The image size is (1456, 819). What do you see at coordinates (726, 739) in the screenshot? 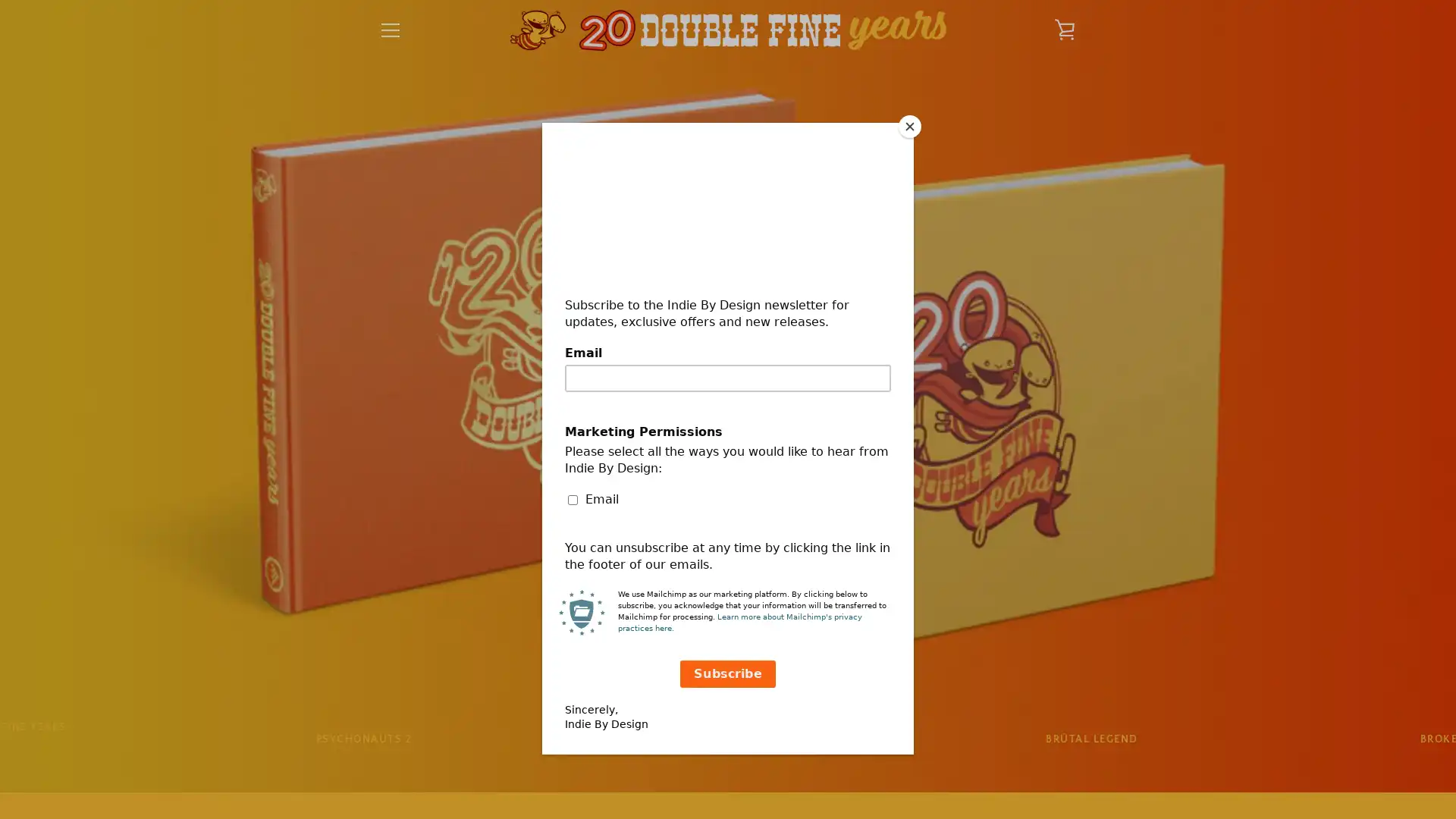
I see `SLIDE 3 GRIM FANDANGO` at bounding box center [726, 739].